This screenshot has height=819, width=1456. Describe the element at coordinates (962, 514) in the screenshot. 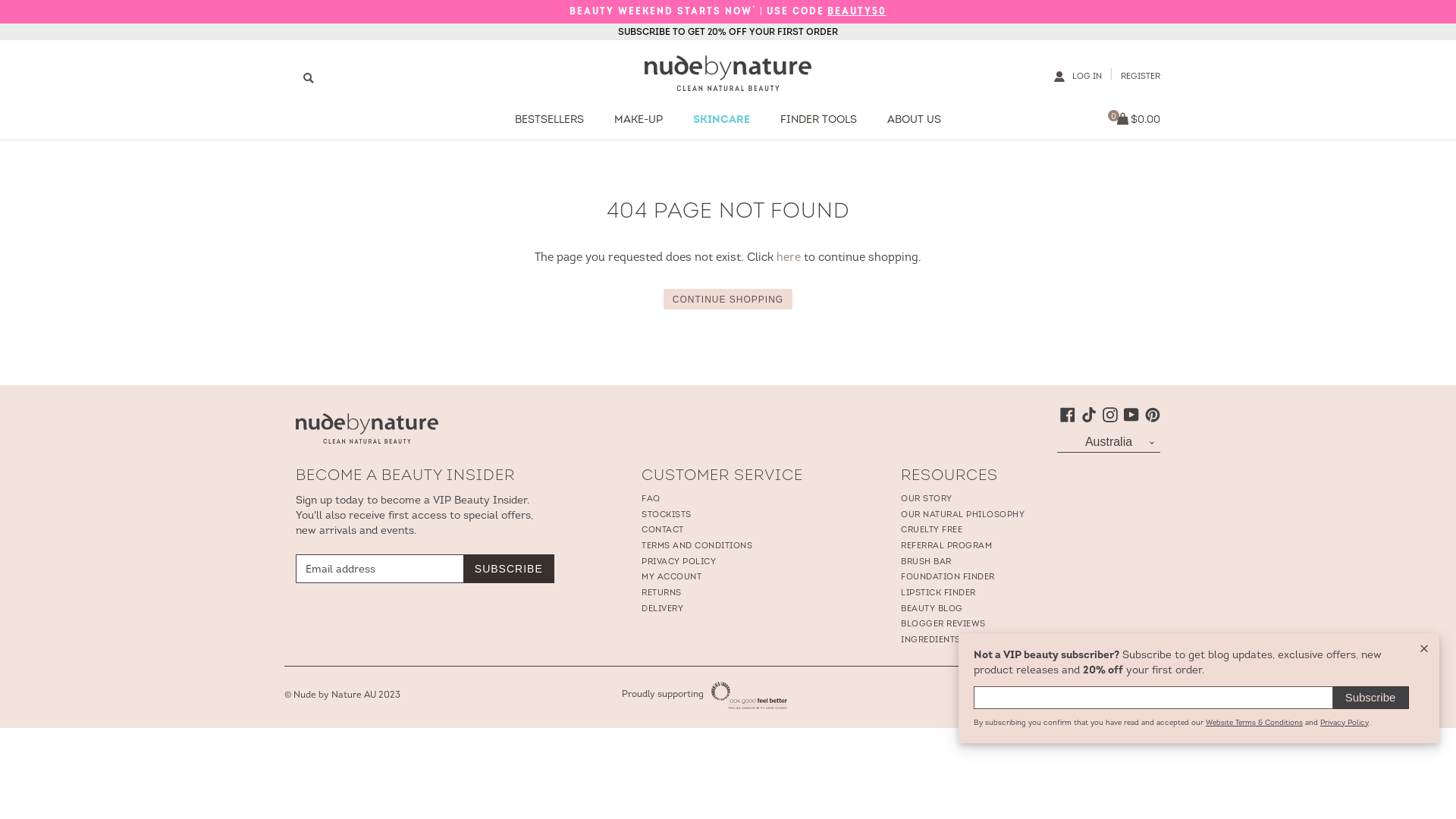

I see `'OUR NATURAL PHILOSOPHY'` at that location.